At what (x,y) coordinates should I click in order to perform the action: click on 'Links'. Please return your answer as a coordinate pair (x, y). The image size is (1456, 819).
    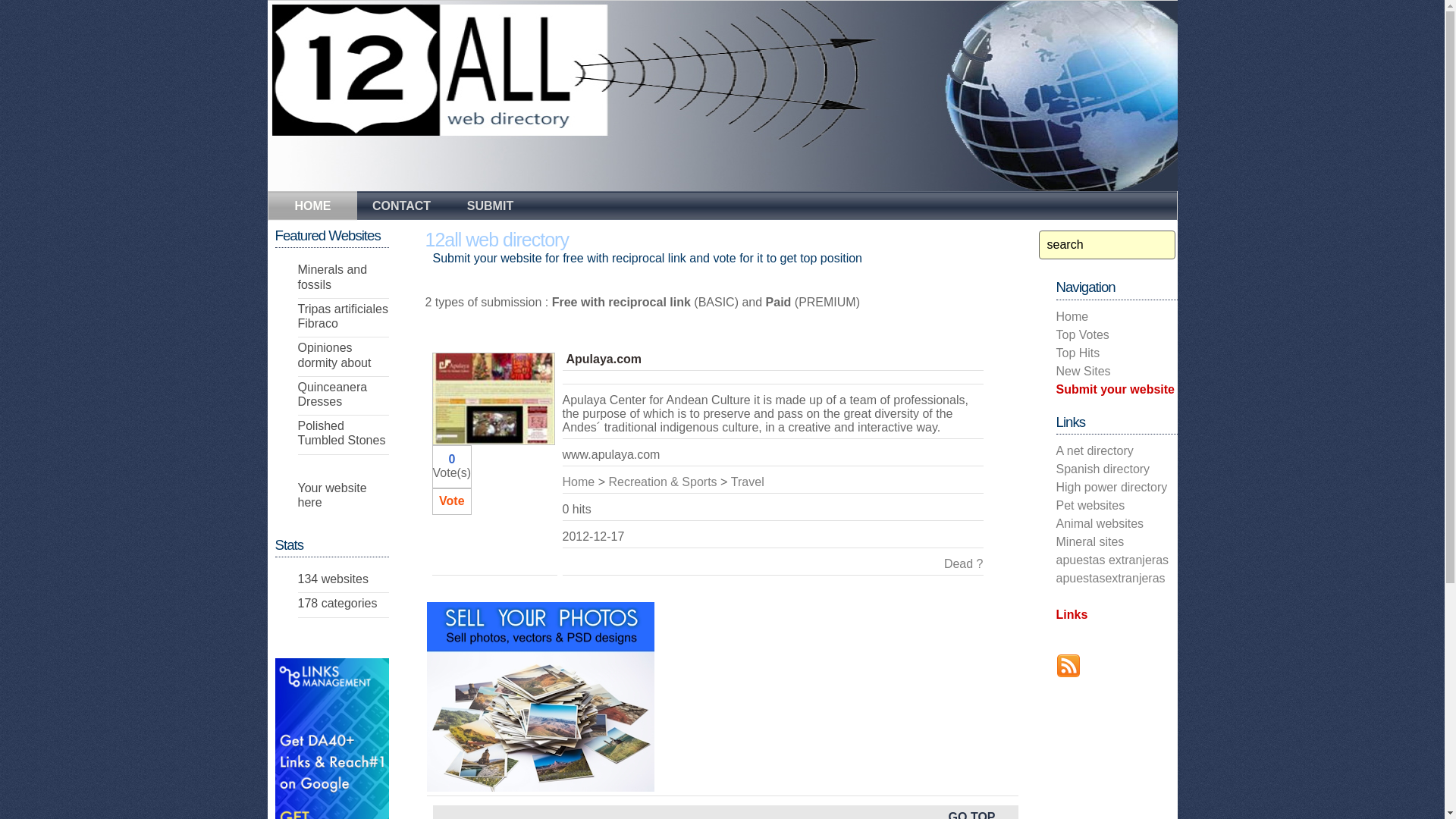
    Looking at the image, I should click on (1070, 614).